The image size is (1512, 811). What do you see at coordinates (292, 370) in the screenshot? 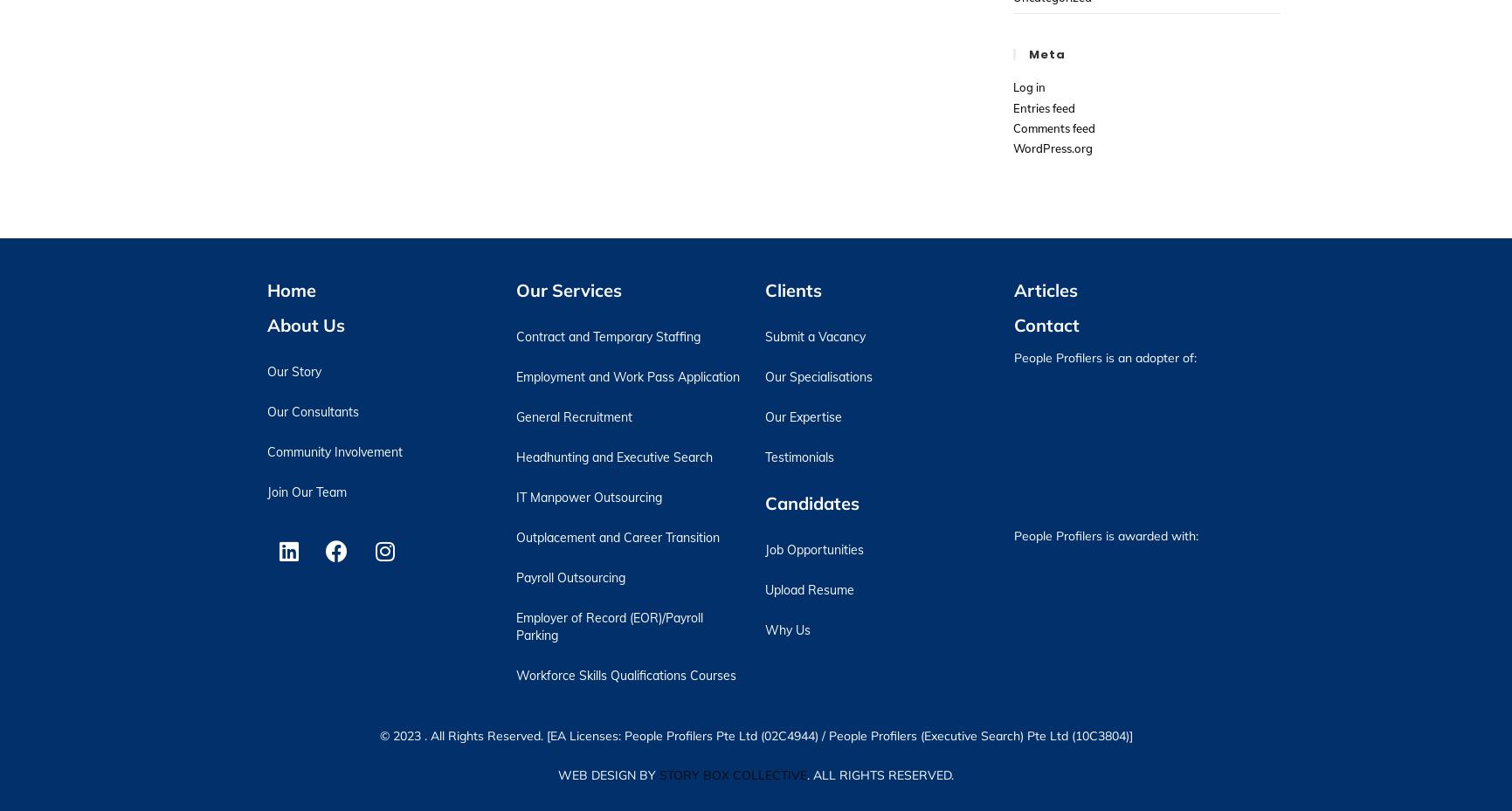
I see `'Our Story'` at bounding box center [292, 370].